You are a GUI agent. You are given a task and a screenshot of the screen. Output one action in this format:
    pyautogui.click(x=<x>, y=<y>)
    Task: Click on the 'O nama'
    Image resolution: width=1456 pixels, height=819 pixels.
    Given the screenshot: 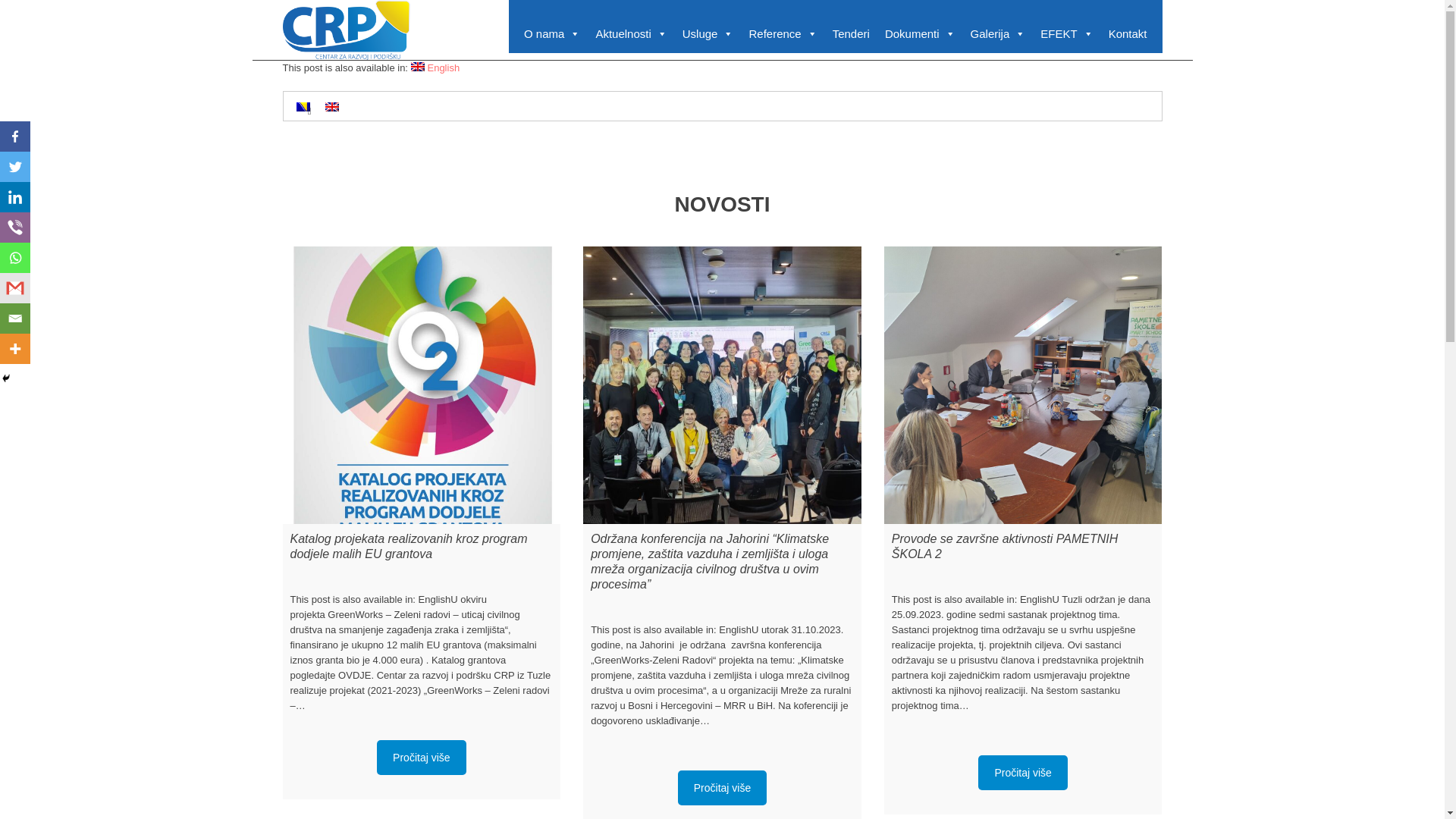 What is the action you would take?
    pyautogui.click(x=551, y=34)
    